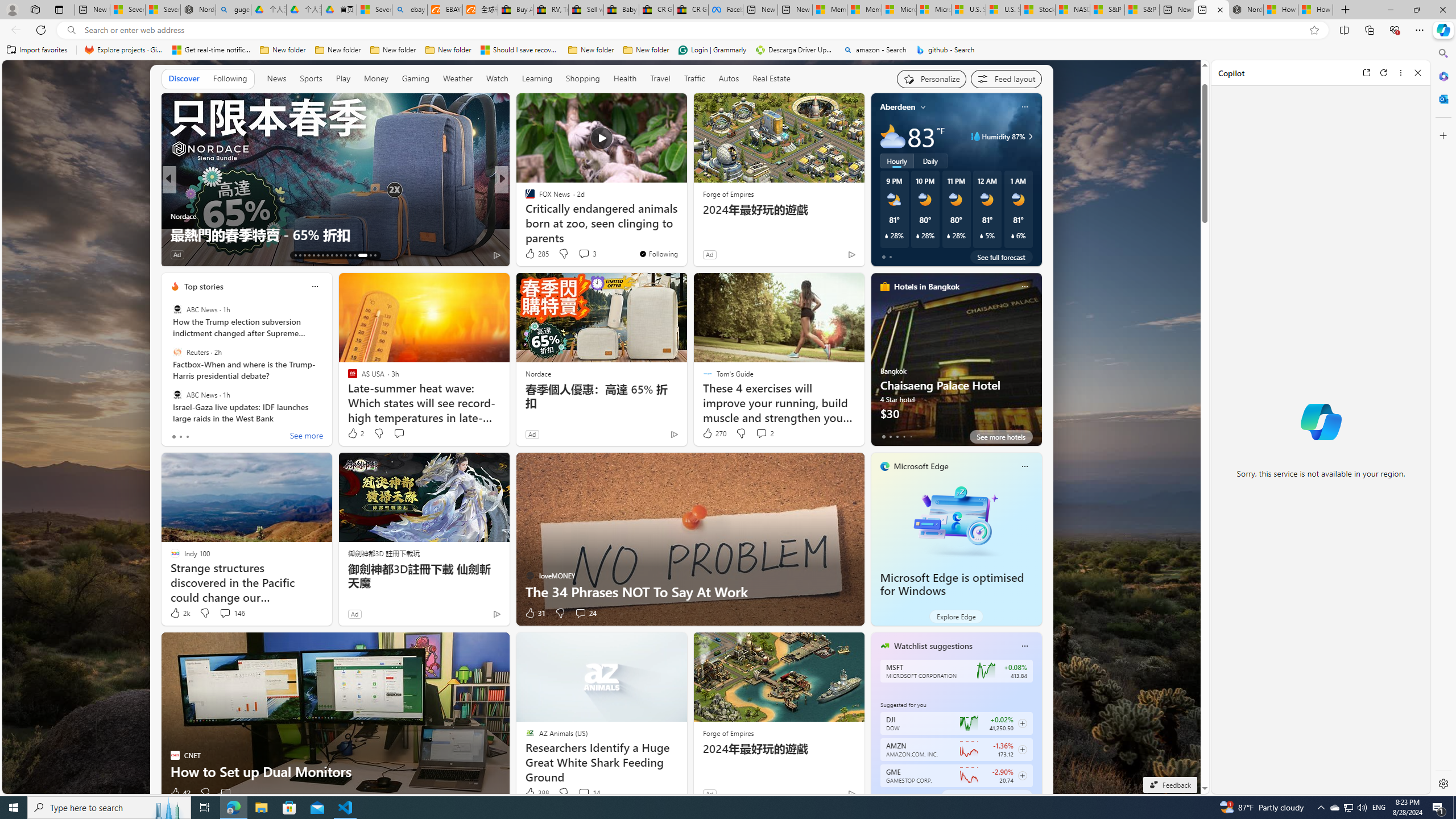 This screenshot has width=1456, height=819. Describe the element at coordinates (658, 253) in the screenshot. I see `'You'` at that location.